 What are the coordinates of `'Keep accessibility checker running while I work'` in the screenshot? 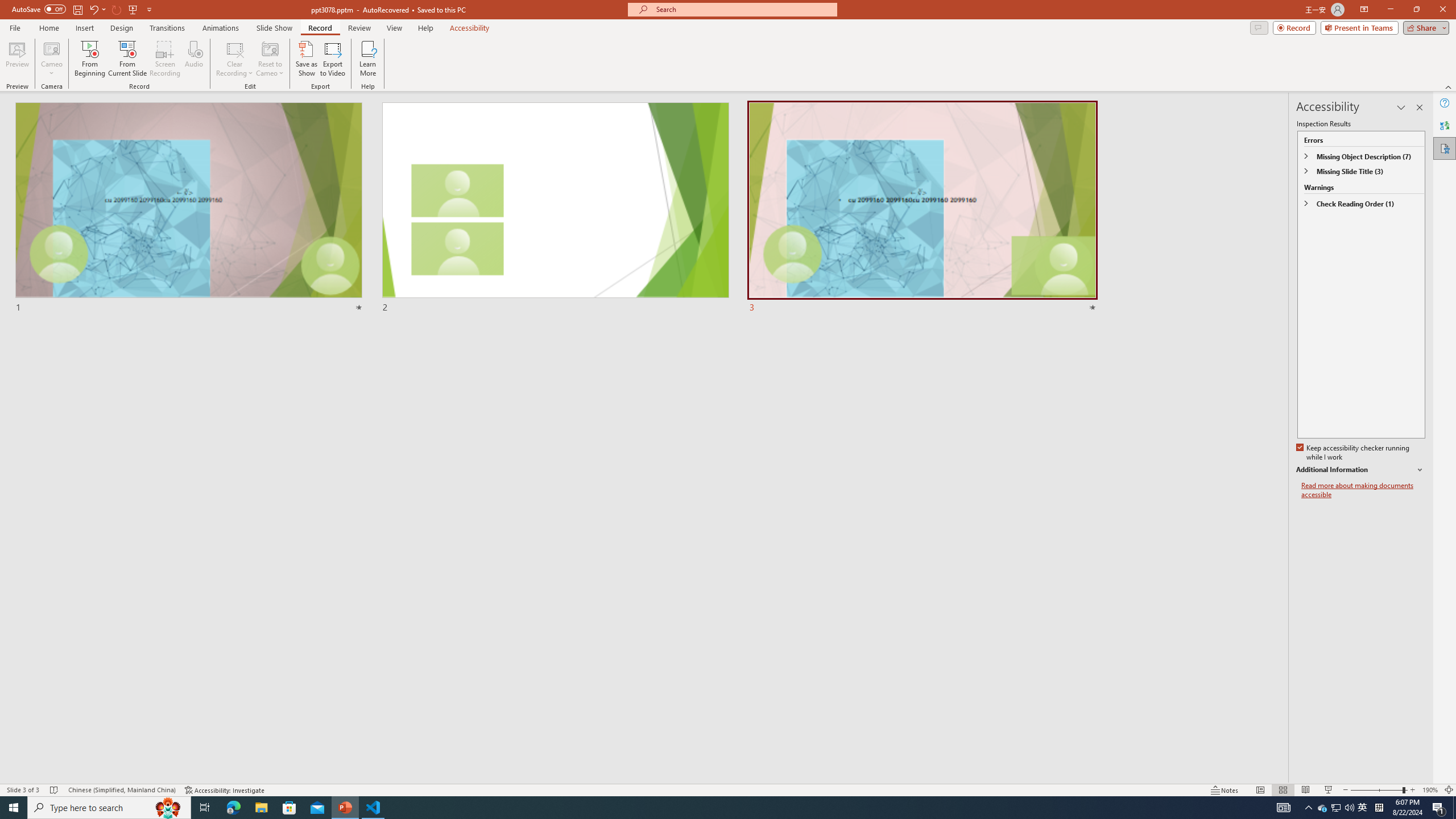 It's located at (1354, 453).